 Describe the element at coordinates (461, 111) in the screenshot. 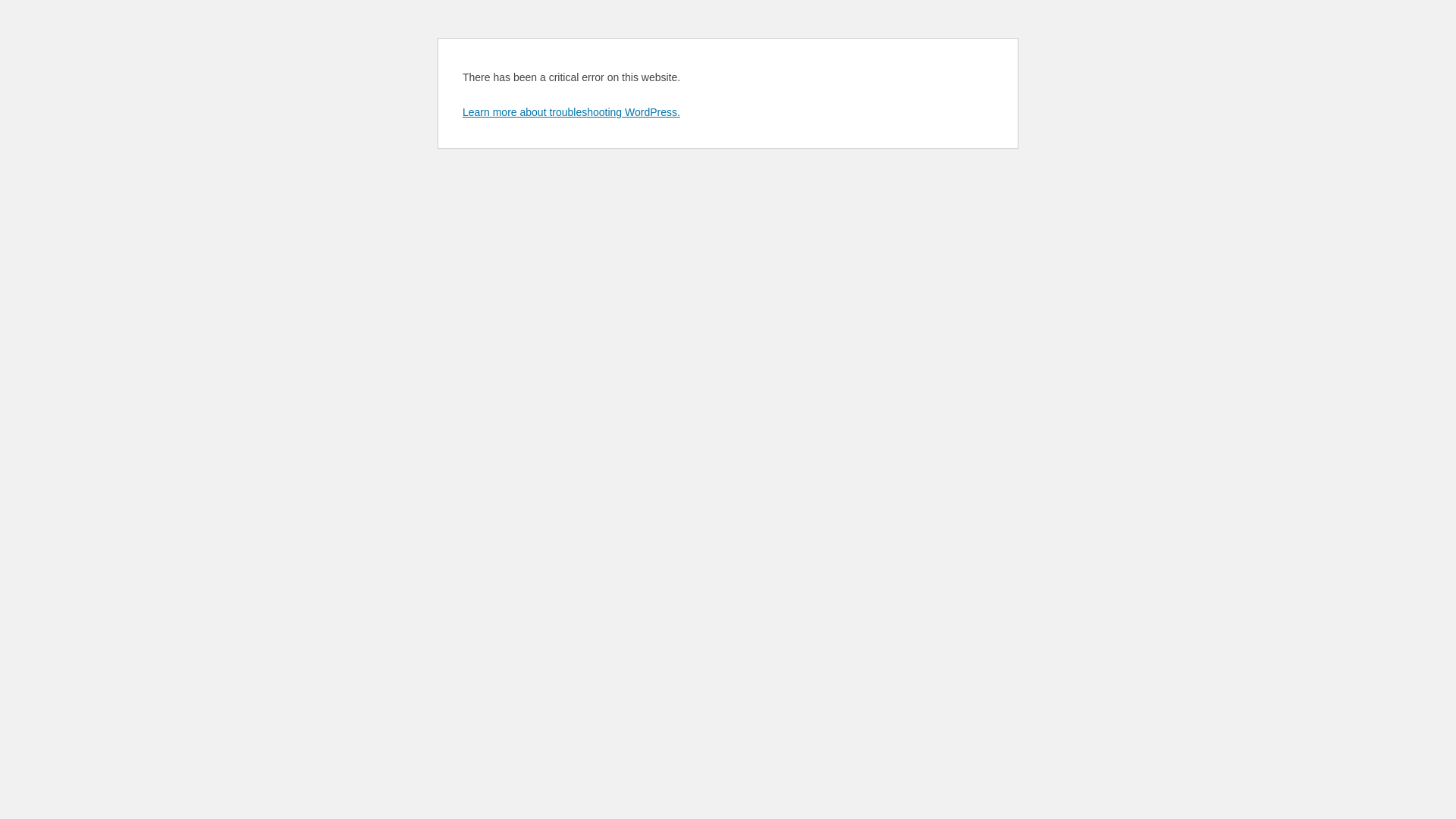

I see `'Learn more about troubleshooting WordPress.'` at that location.